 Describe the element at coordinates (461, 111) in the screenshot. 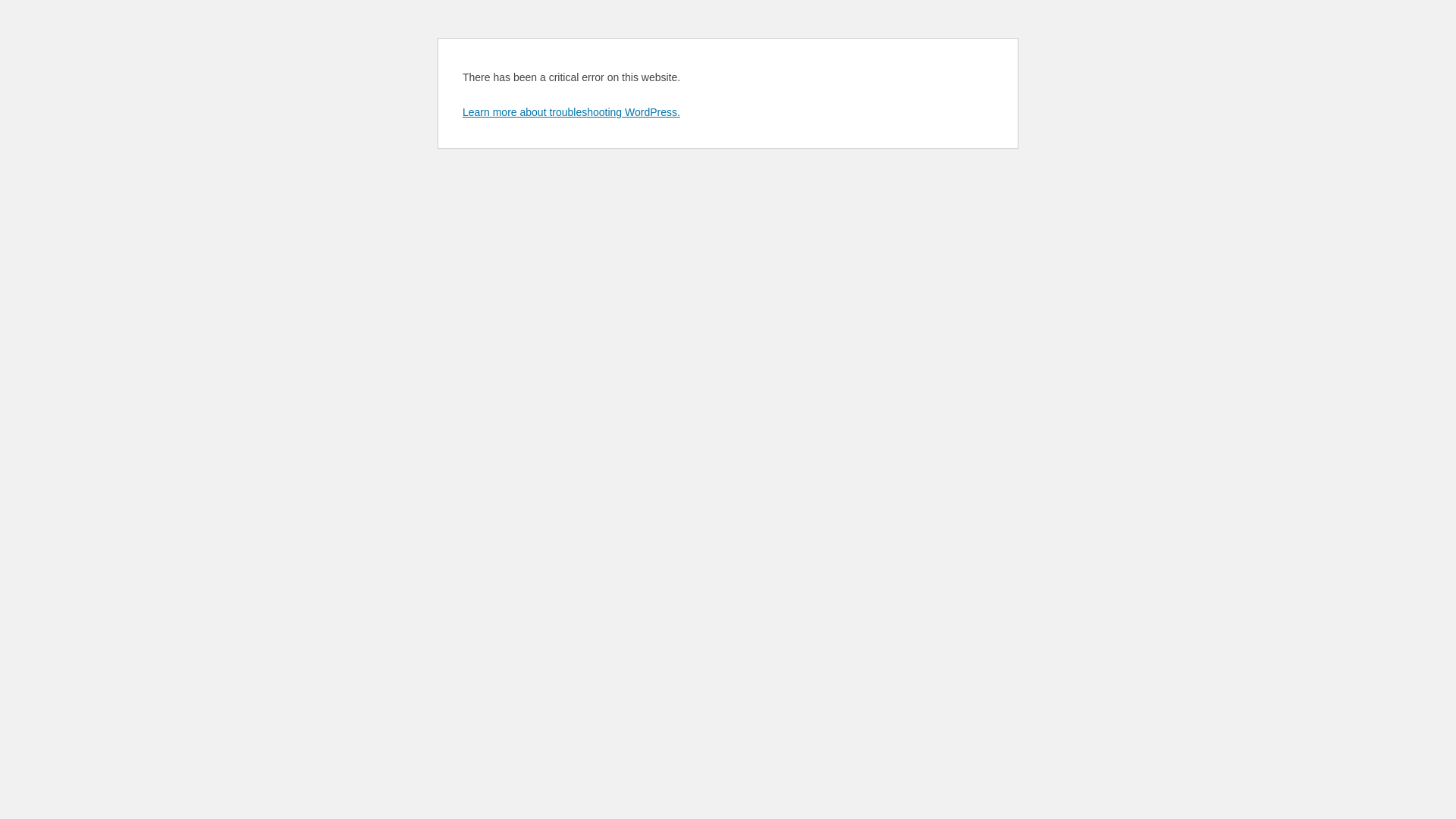

I see `'Learn more about troubleshooting WordPress.'` at that location.